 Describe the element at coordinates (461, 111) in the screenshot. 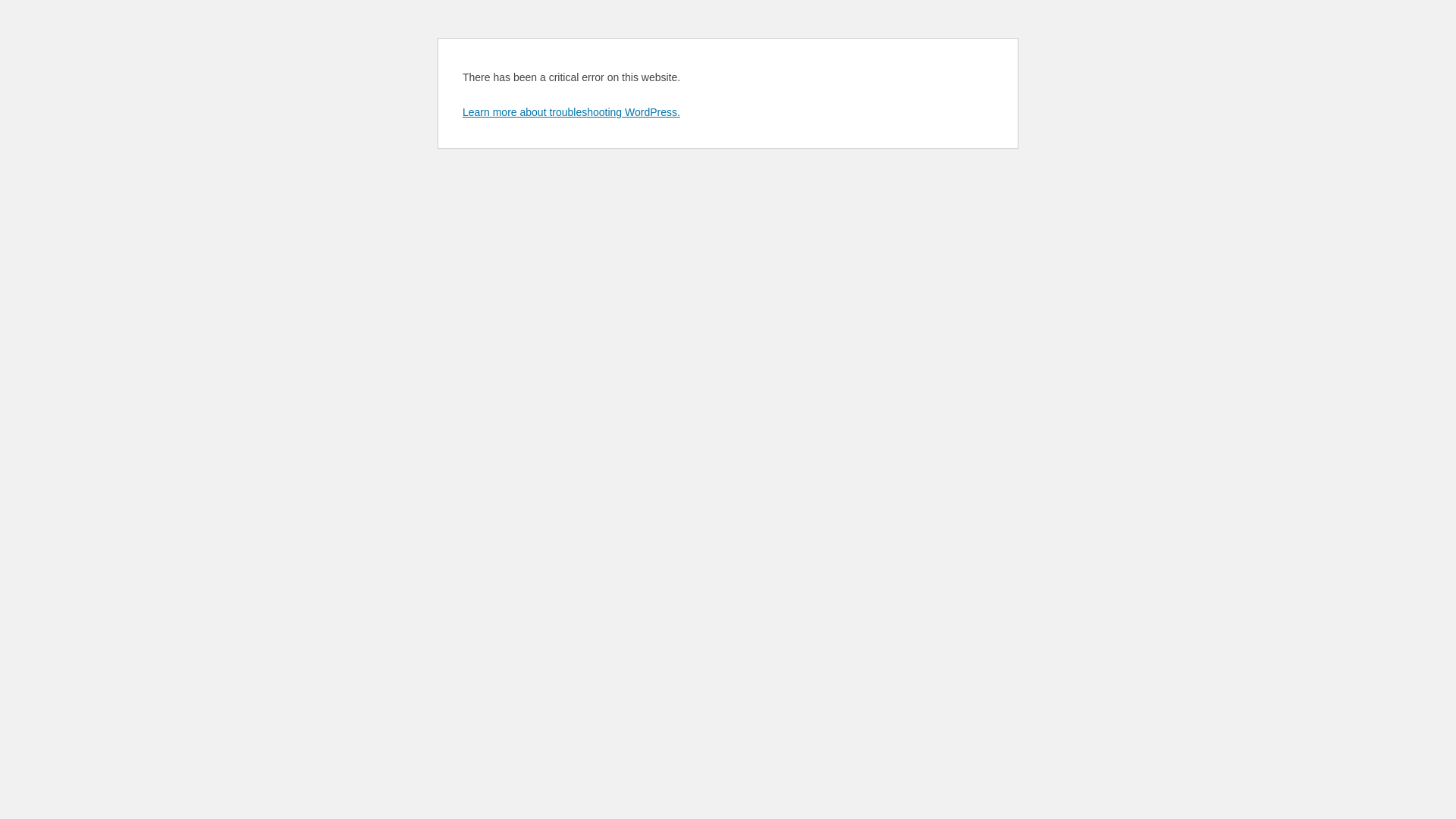

I see `'Learn more about troubleshooting WordPress.'` at that location.